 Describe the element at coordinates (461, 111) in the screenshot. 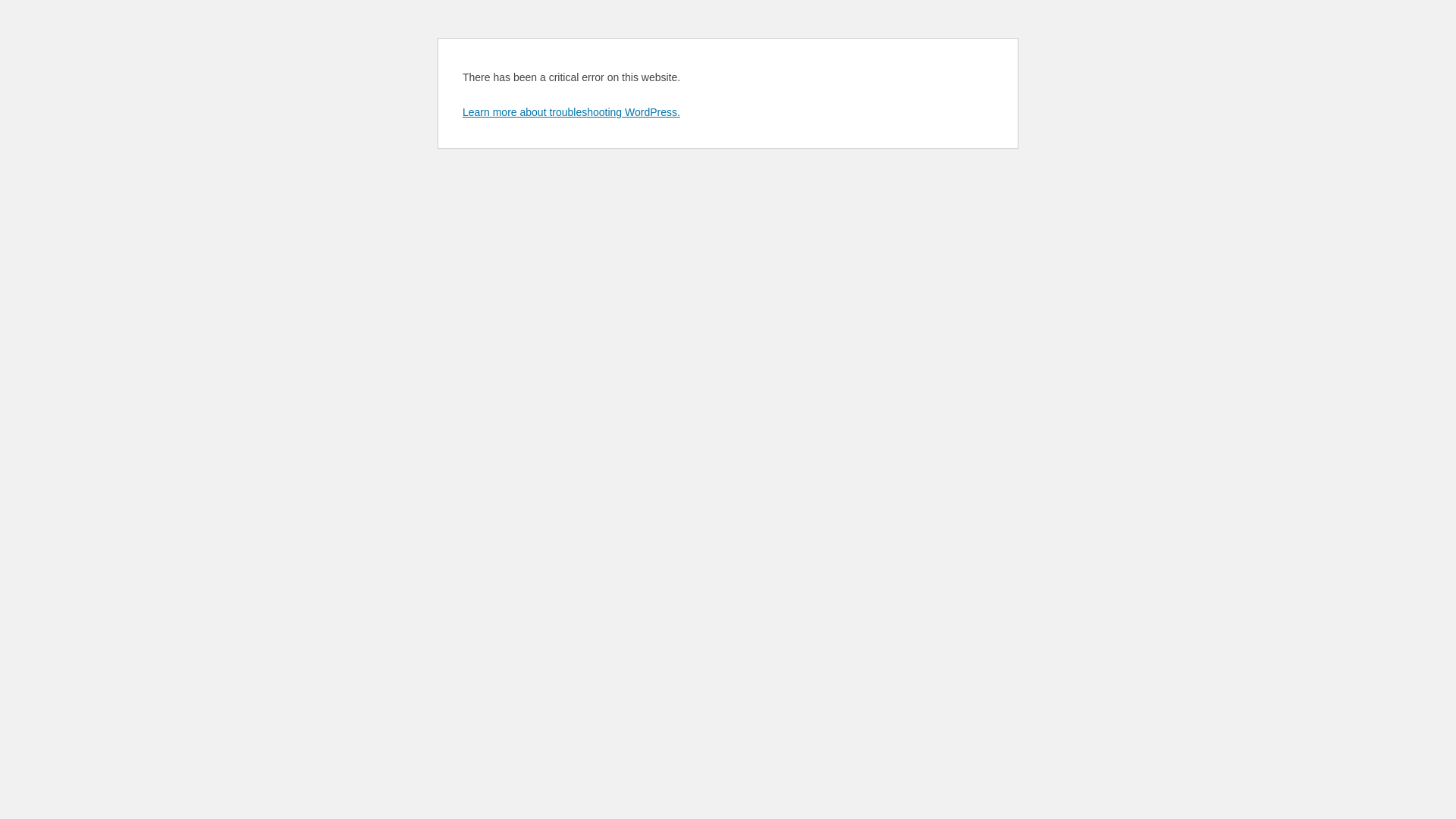

I see `'Learn more about troubleshooting WordPress.'` at that location.